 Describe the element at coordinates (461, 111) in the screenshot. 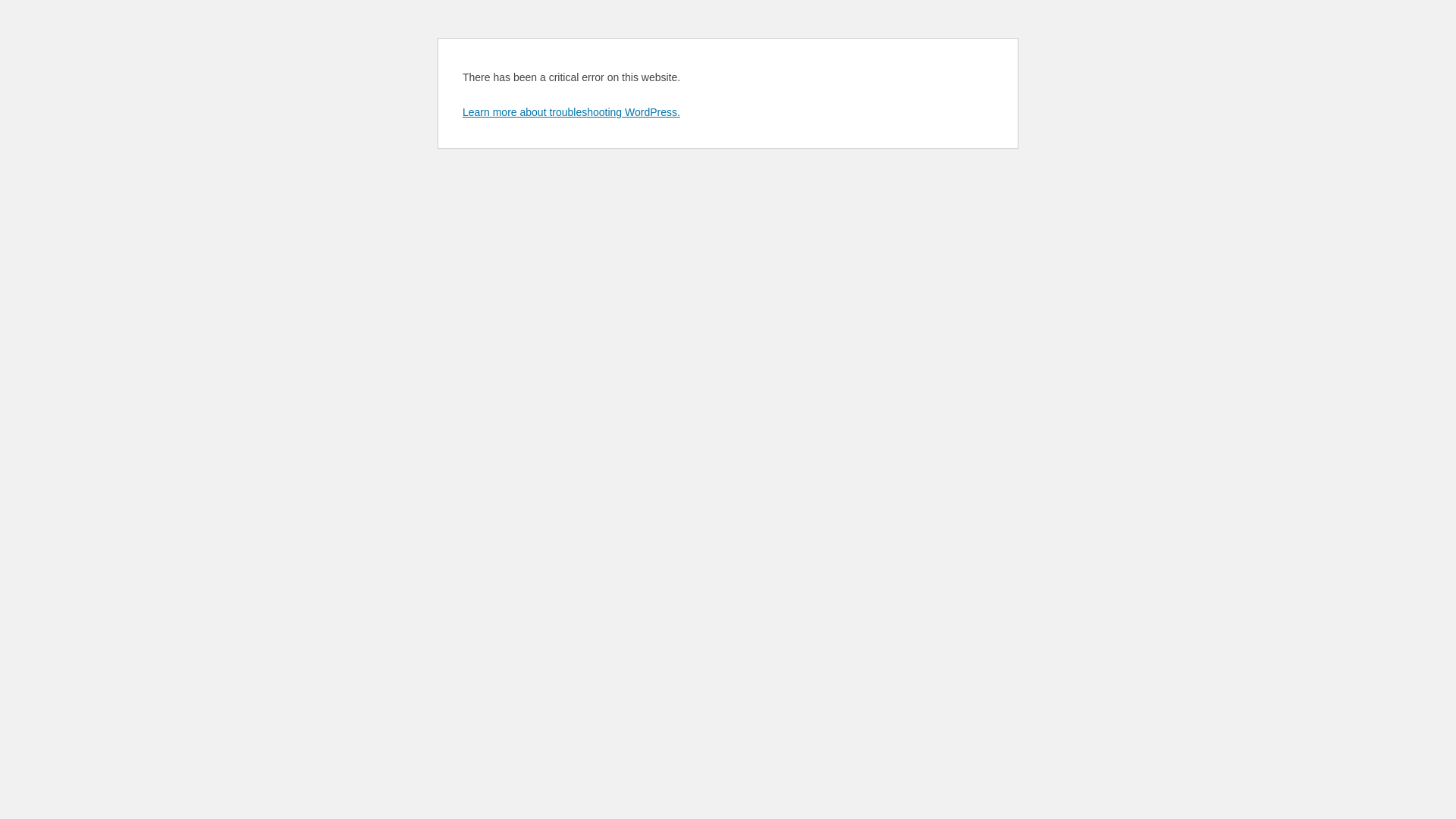

I see `'Learn more about troubleshooting WordPress.'` at that location.